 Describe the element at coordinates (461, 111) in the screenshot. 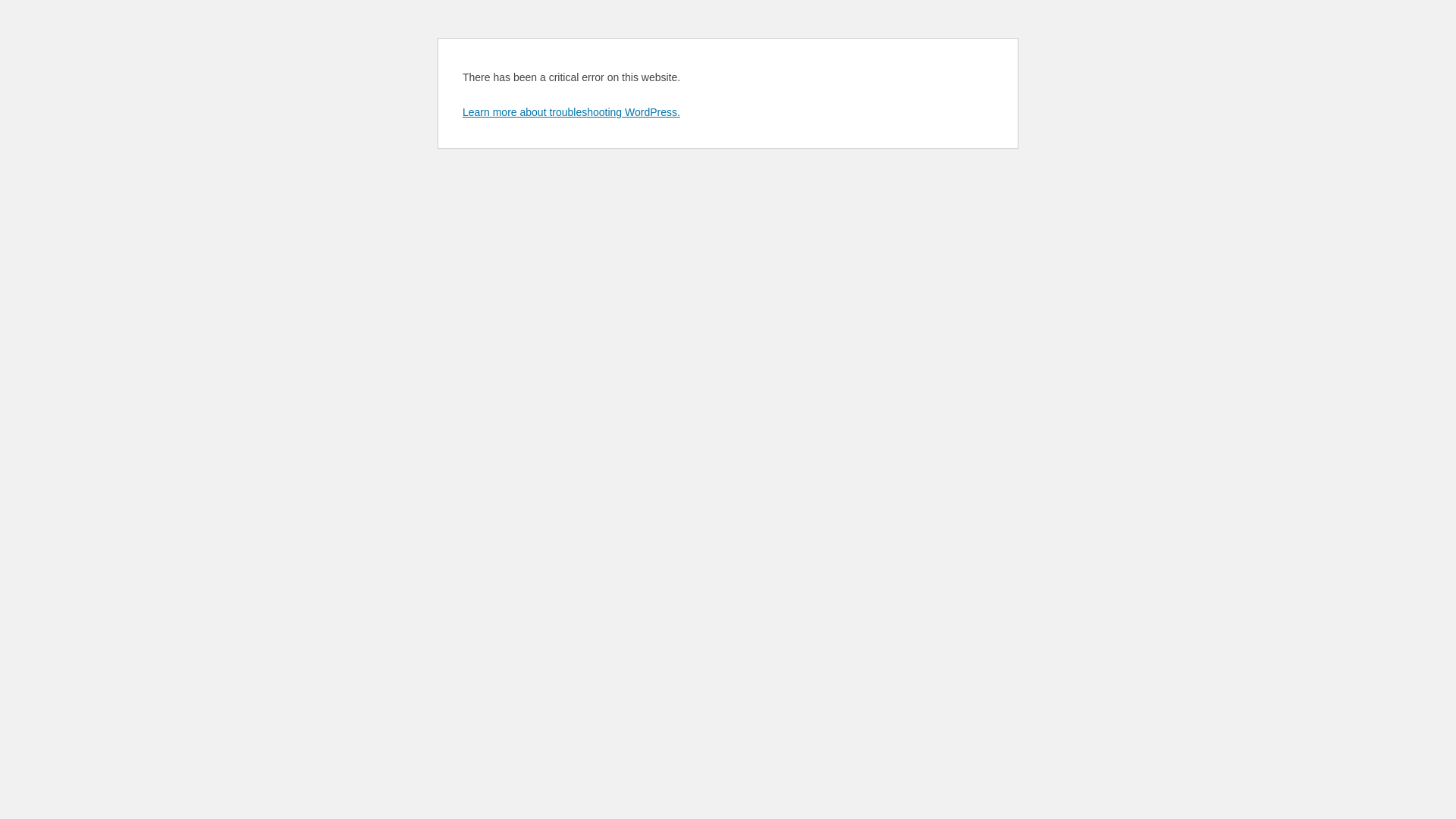

I see `'Learn more about troubleshooting WordPress.'` at that location.